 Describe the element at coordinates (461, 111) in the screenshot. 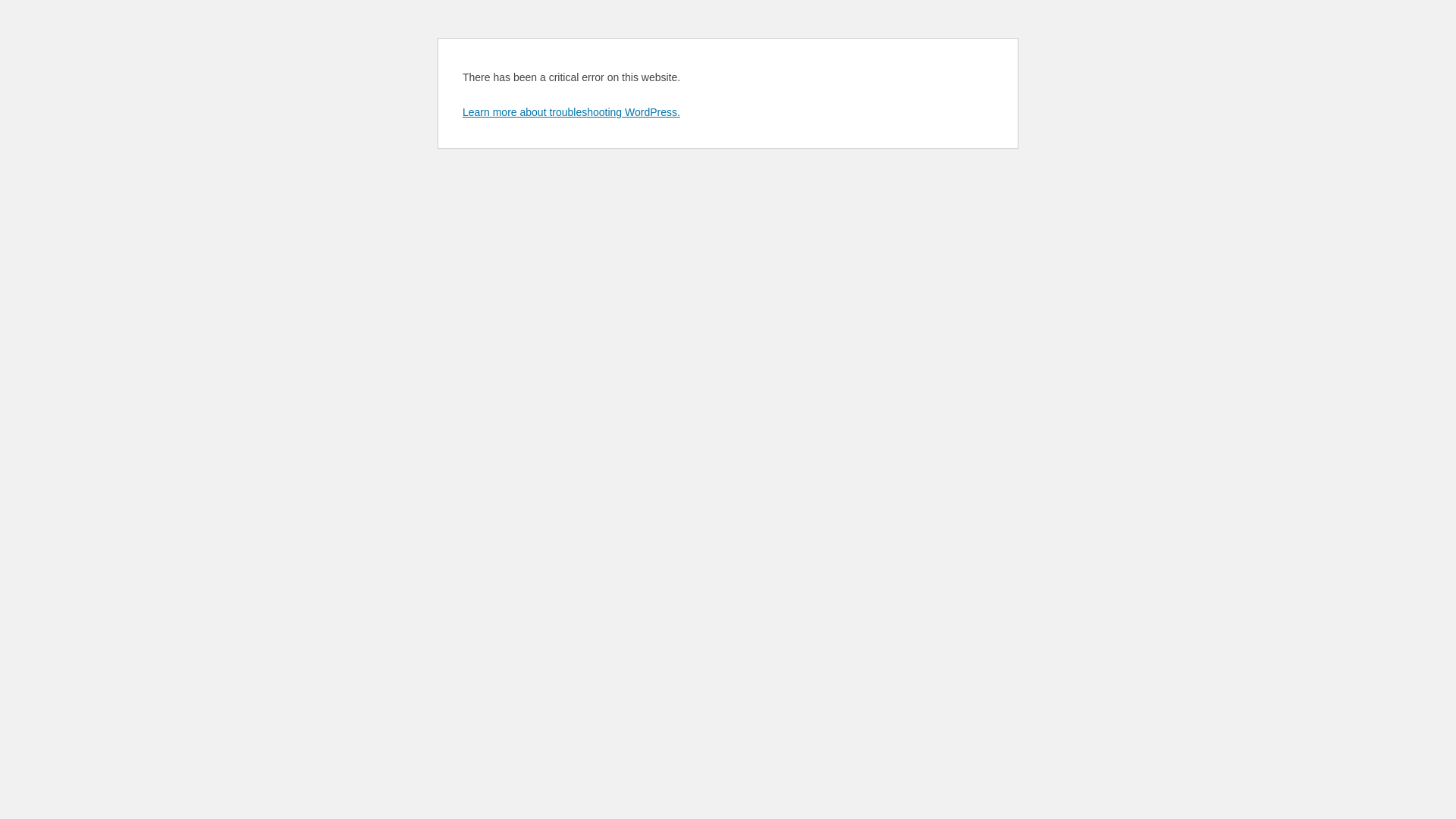

I see `'Learn more about troubleshooting WordPress.'` at that location.